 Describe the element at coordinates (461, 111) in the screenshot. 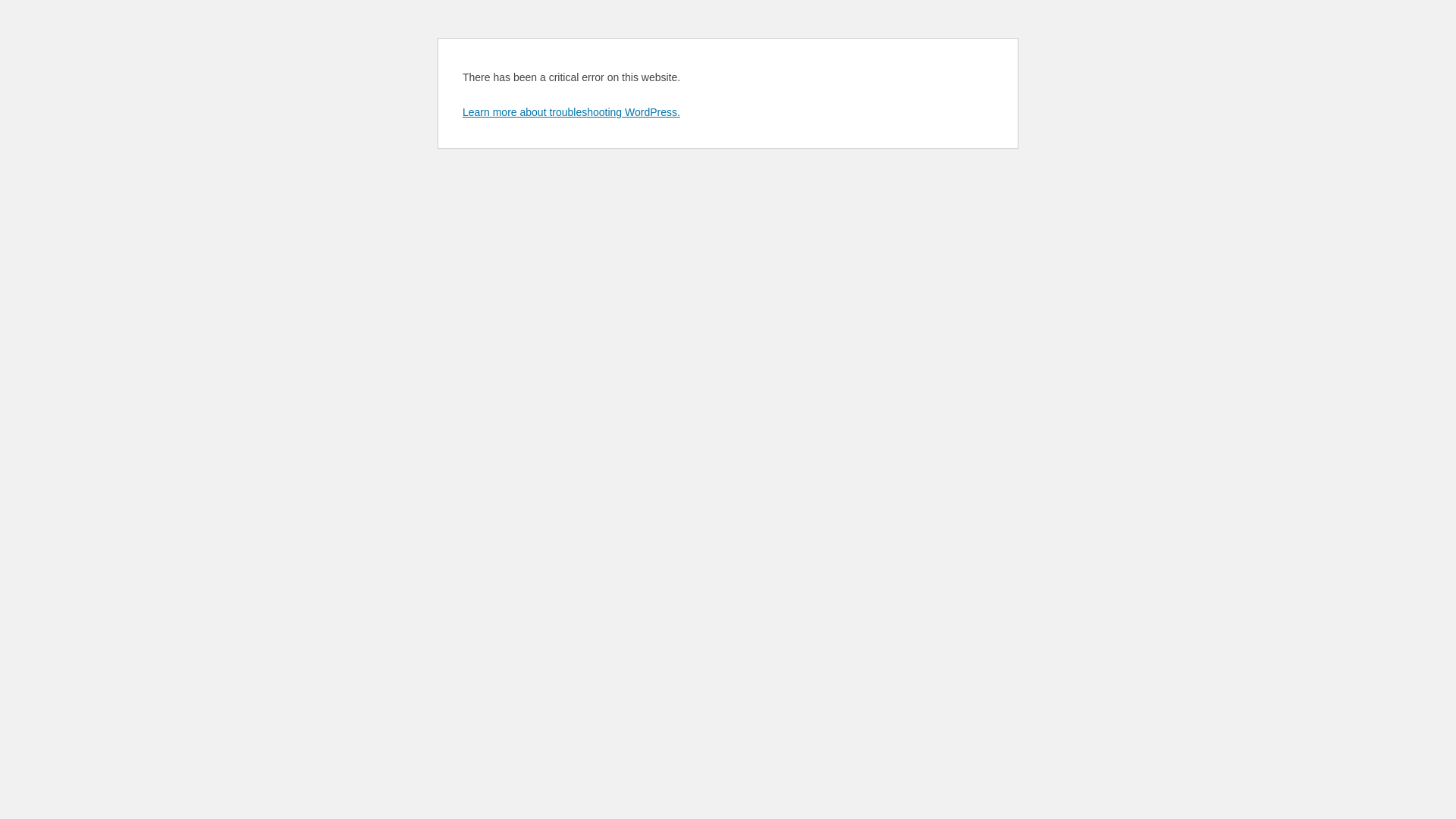

I see `'Learn more about troubleshooting WordPress.'` at that location.